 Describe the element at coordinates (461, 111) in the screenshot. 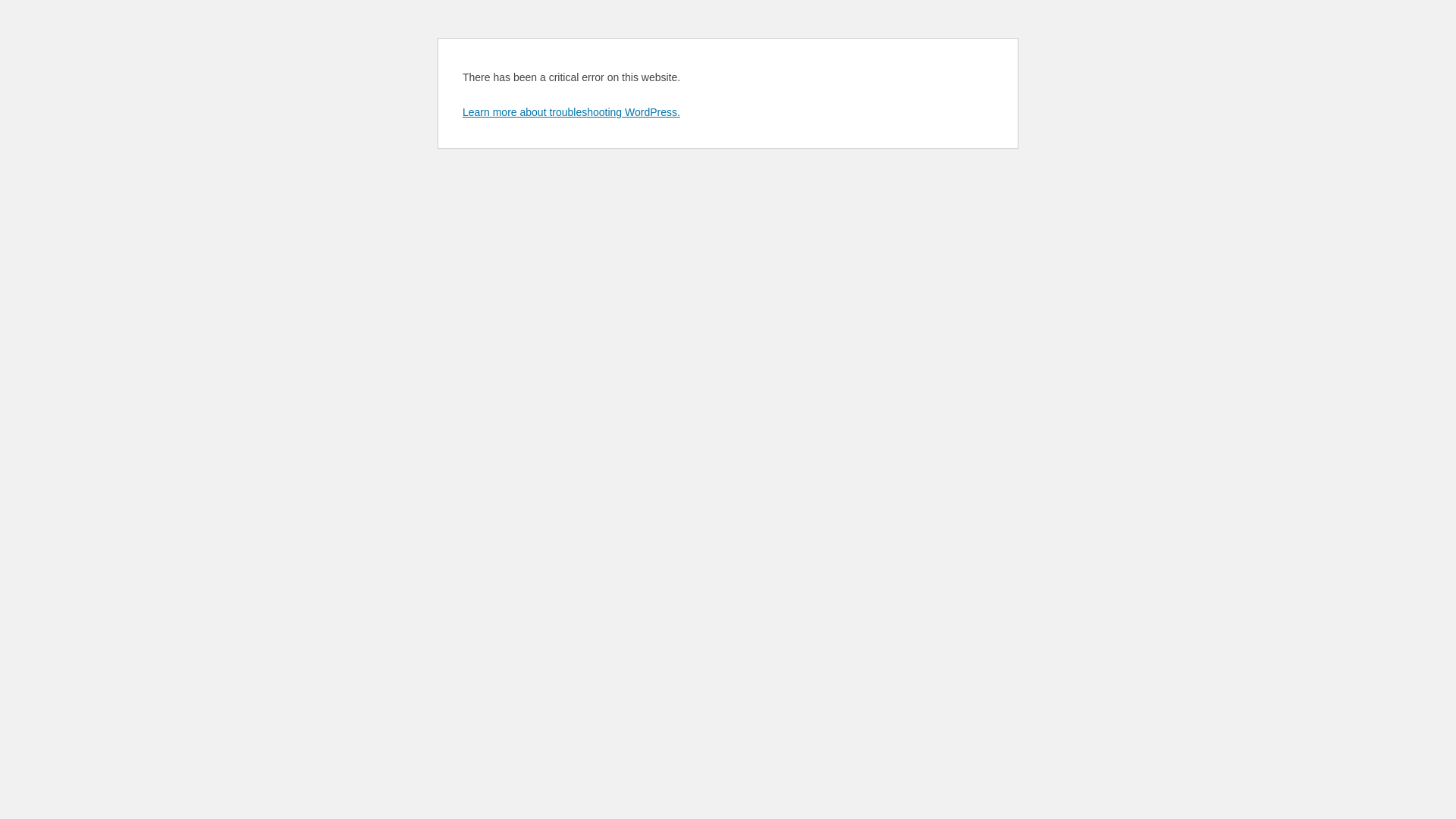

I see `'Learn more about troubleshooting WordPress.'` at that location.